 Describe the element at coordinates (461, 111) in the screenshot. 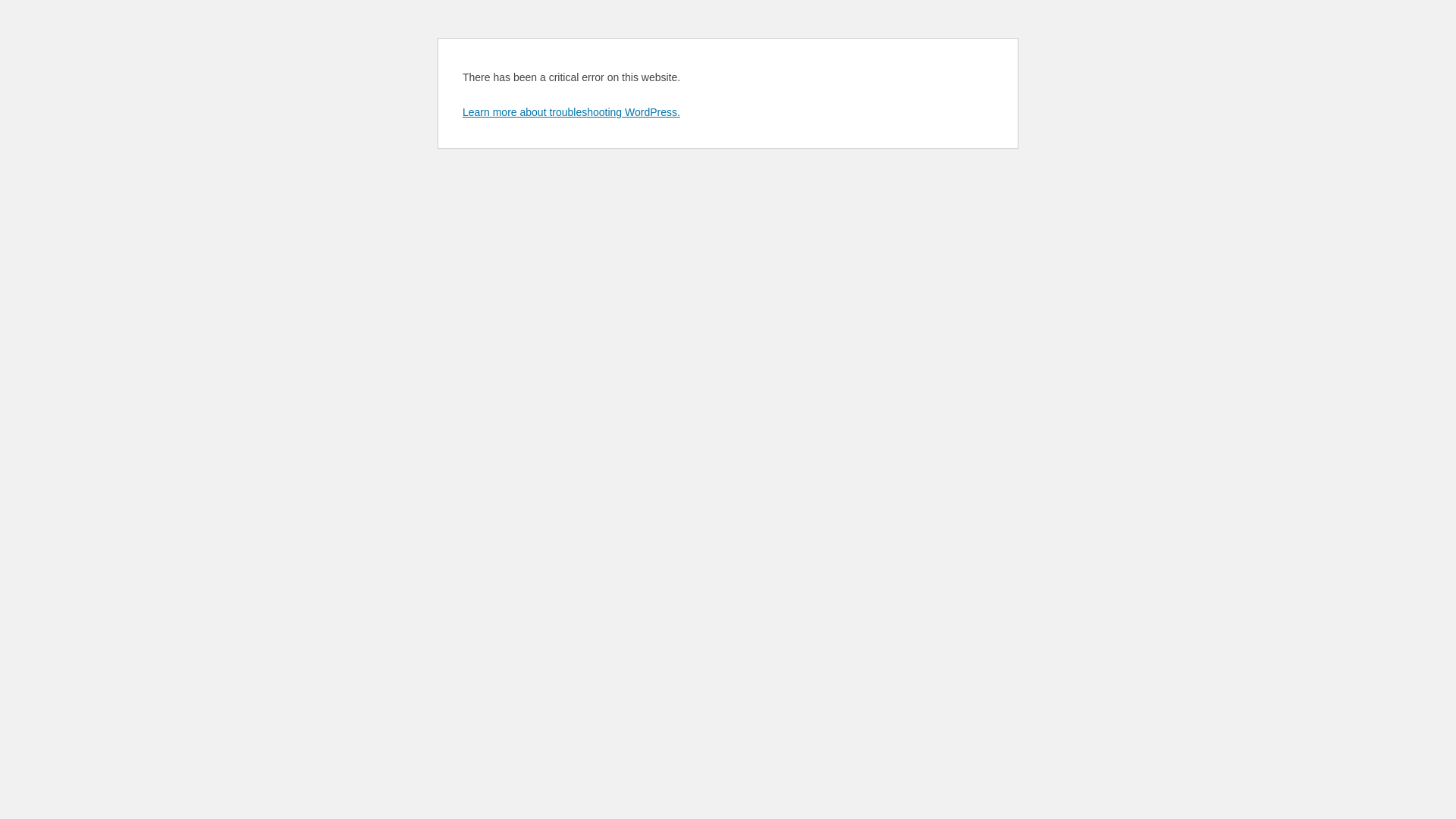

I see `'Learn more about troubleshooting WordPress.'` at that location.